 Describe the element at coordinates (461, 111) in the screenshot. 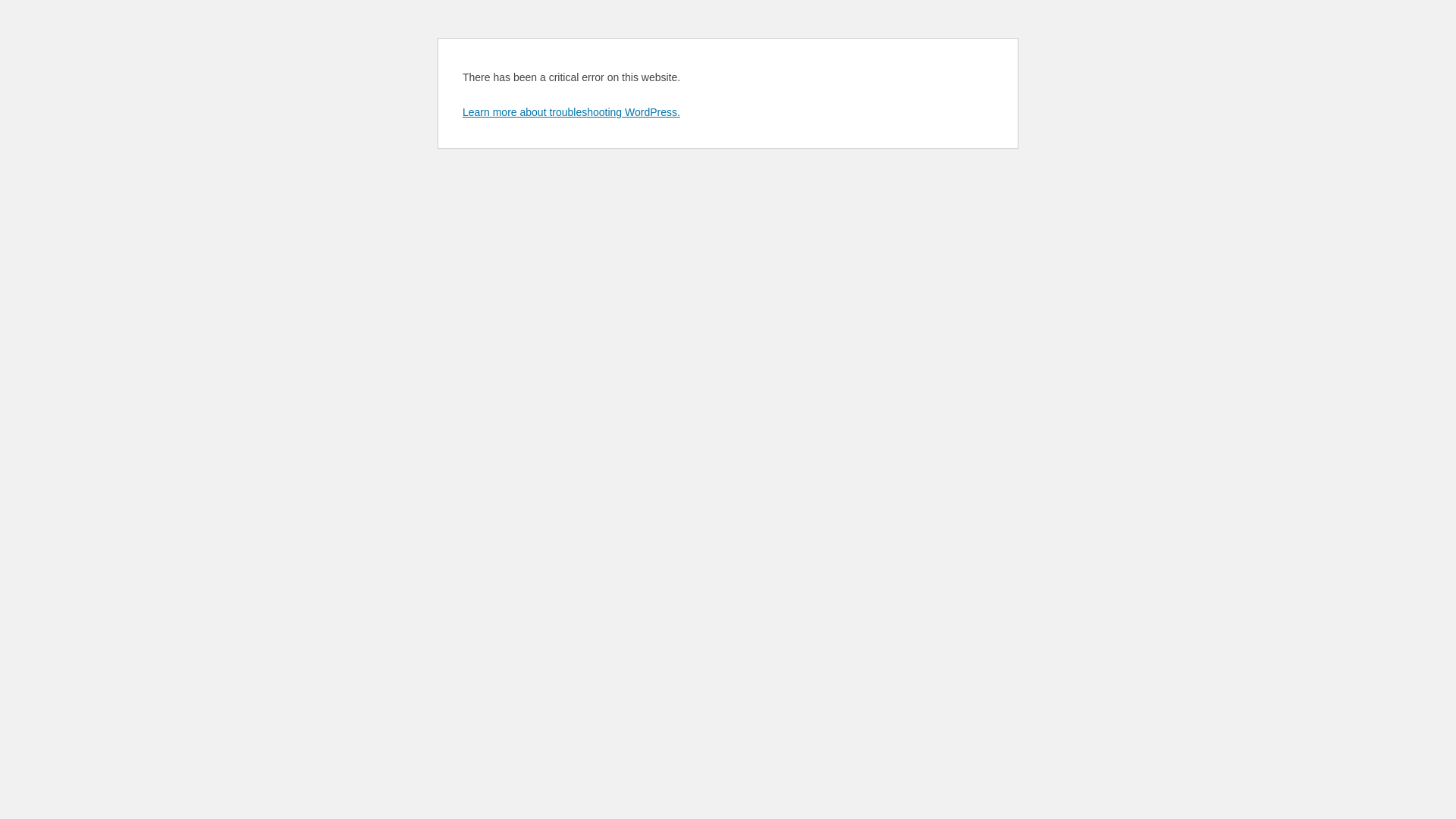

I see `'Learn more about troubleshooting WordPress.'` at that location.